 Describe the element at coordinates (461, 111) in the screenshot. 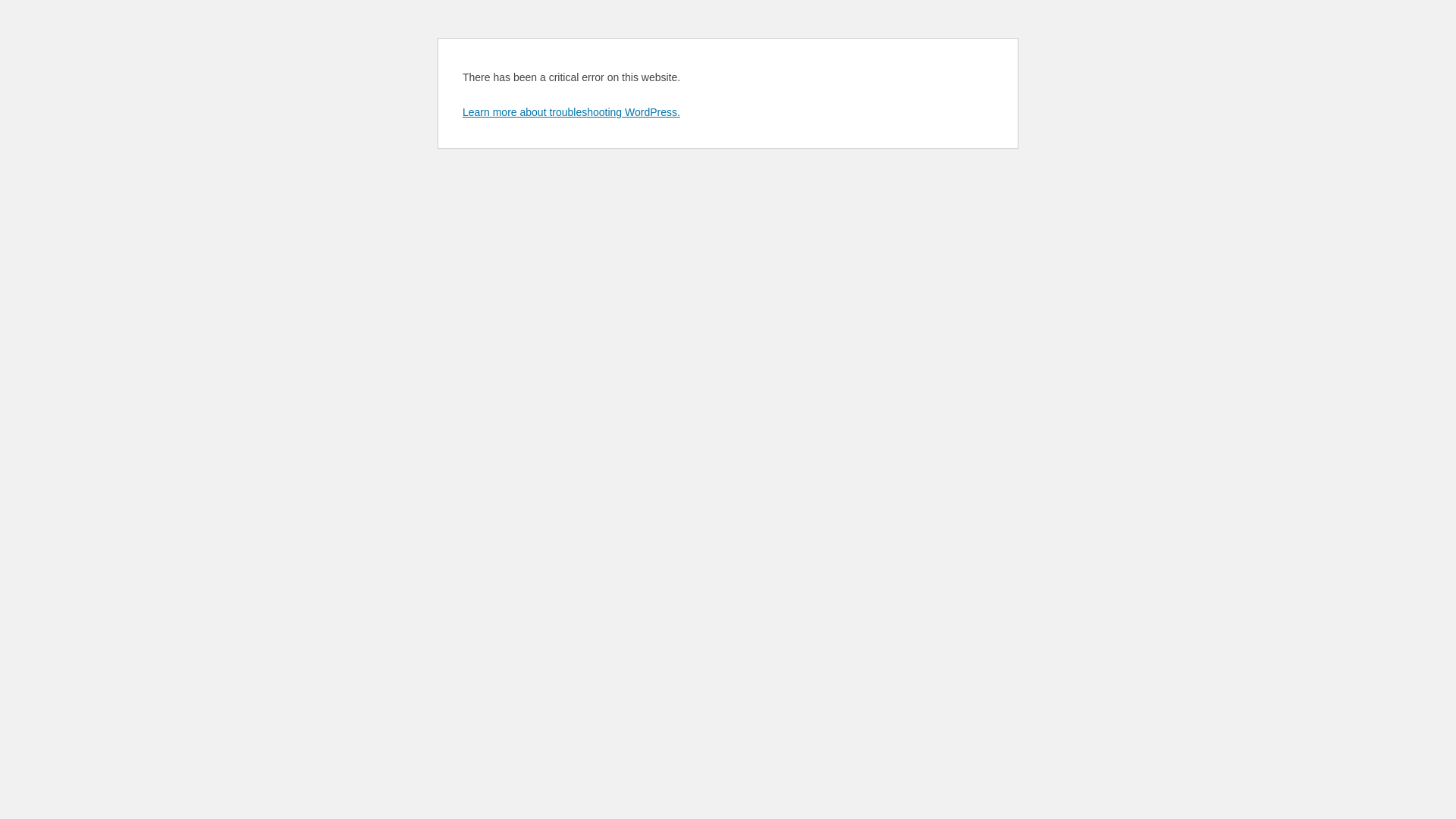

I see `'Learn more about troubleshooting WordPress.'` at that location.